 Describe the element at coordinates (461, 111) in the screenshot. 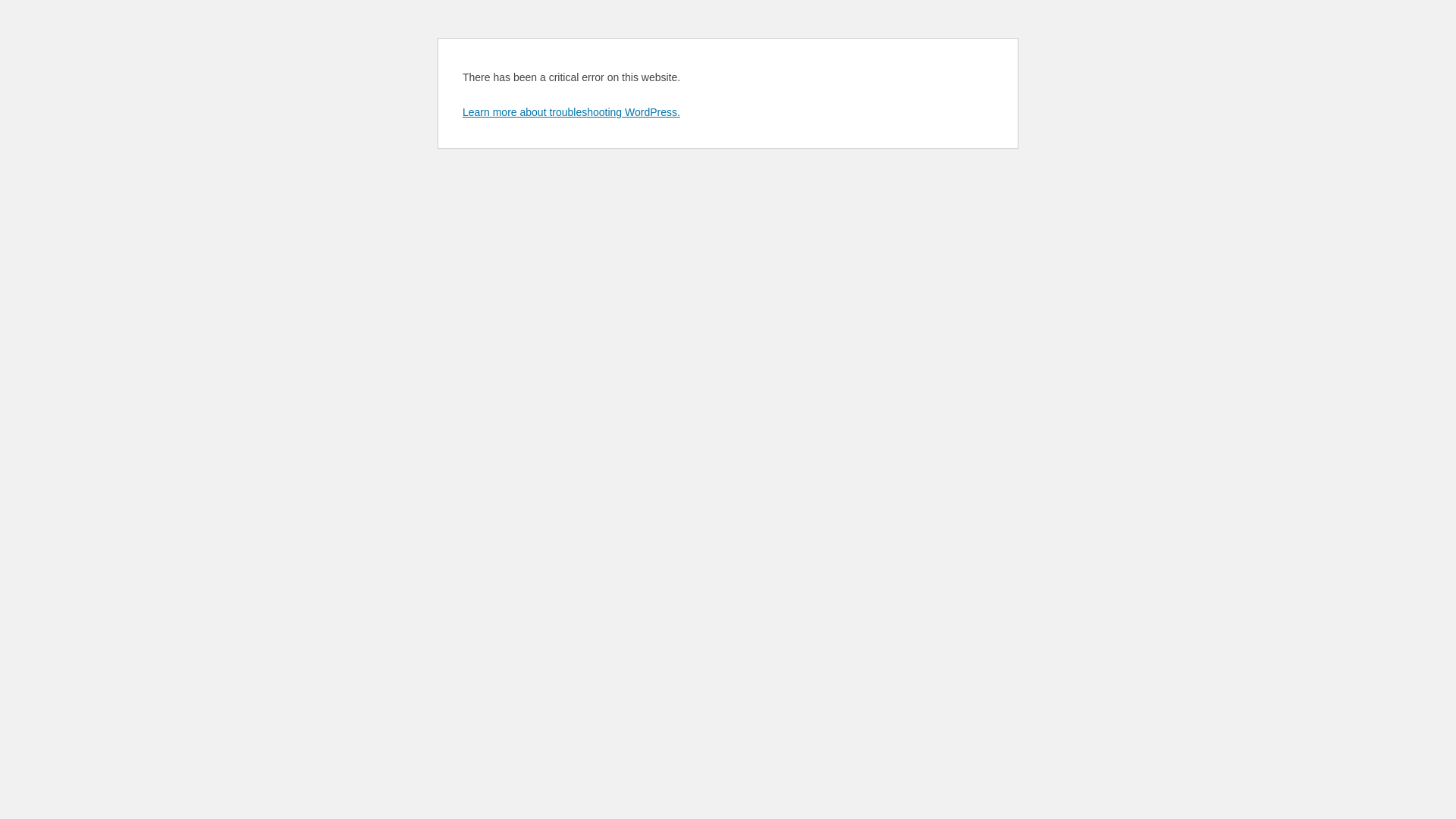

I see `'Learn more about troubleshooting WordPress.'` at that location.